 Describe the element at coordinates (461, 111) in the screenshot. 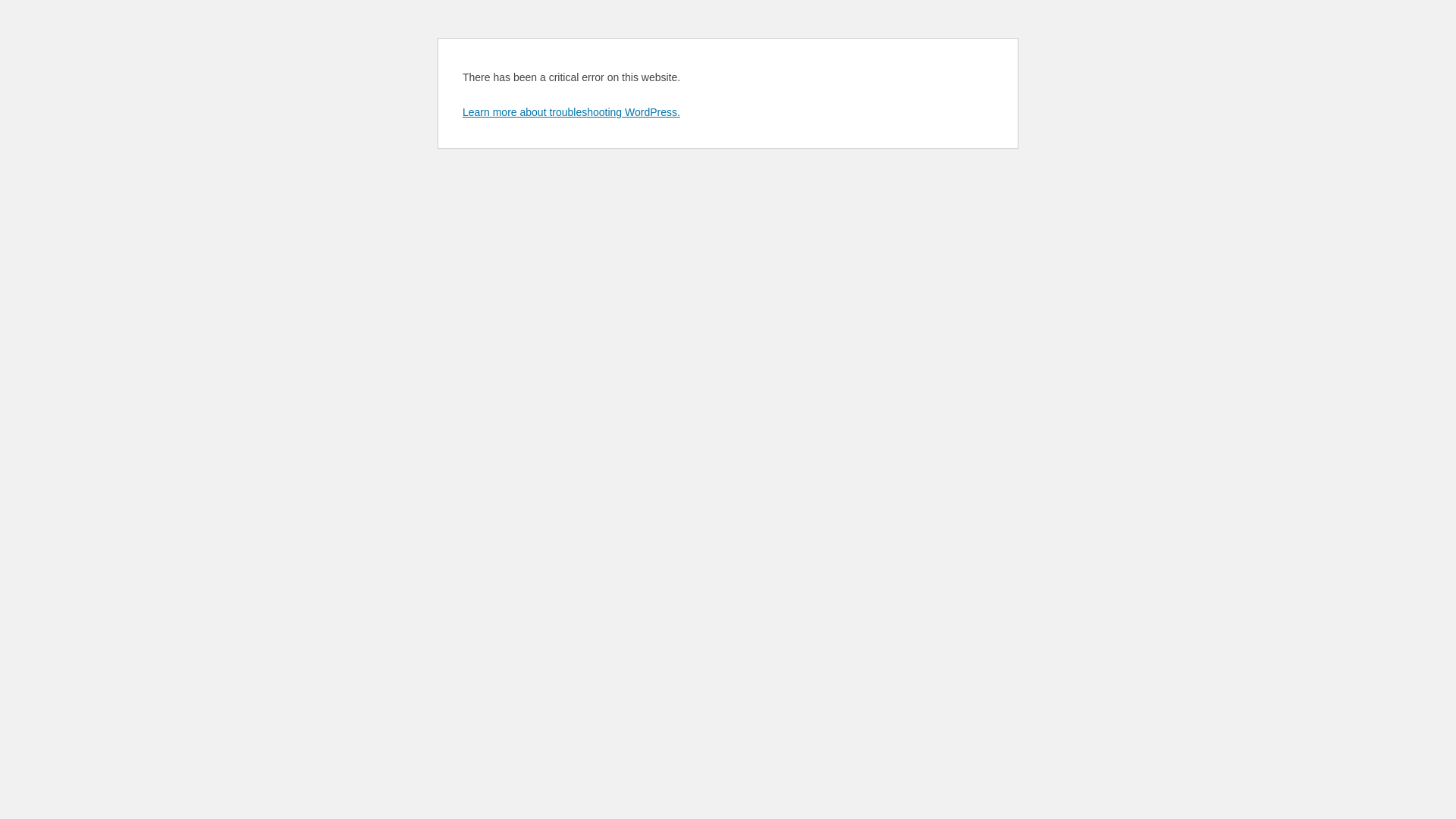

I see `'Learn more about troubleshooting WordPress.'` at that location.